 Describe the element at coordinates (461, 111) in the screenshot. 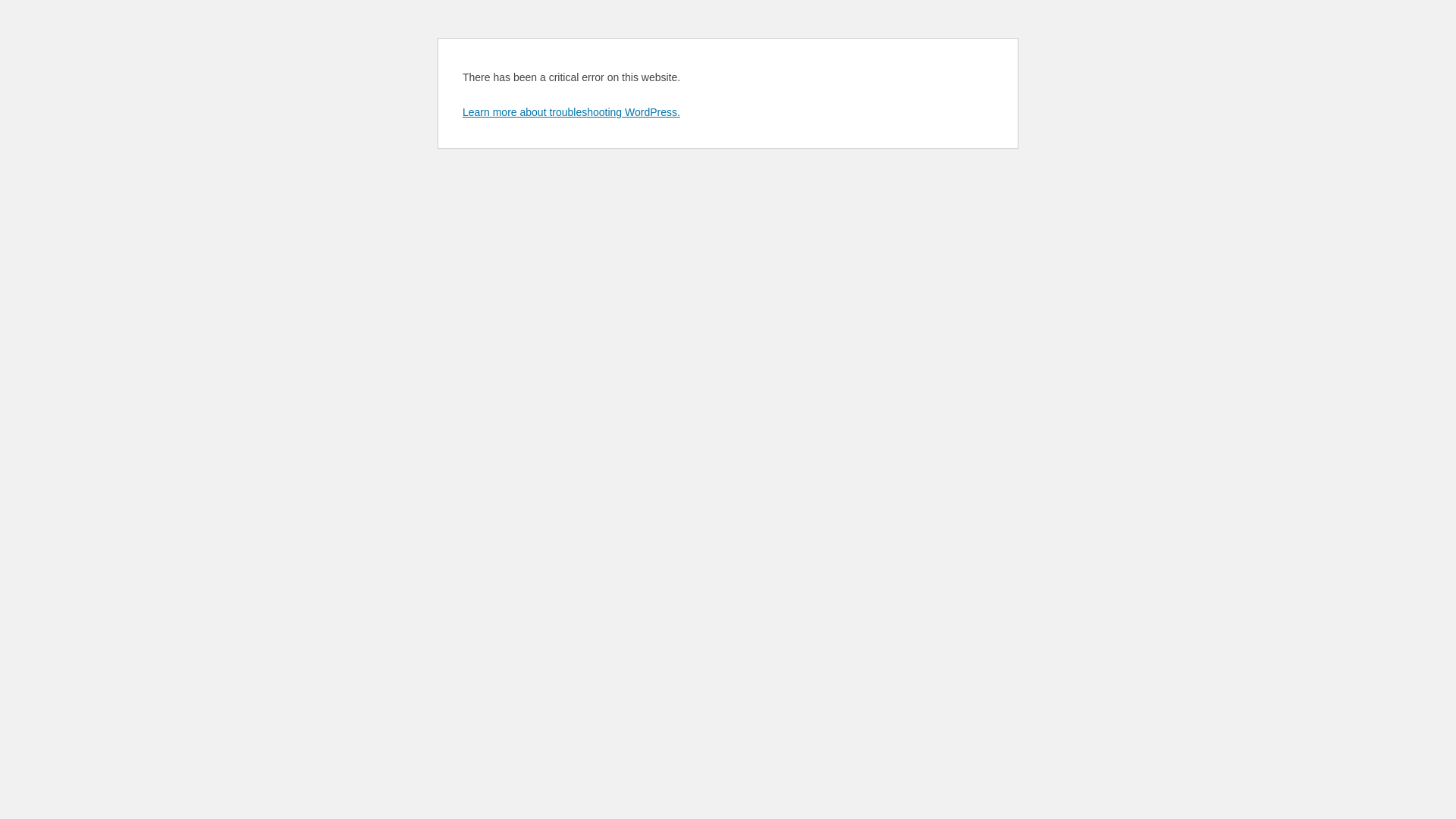

I see `'Learn more about troubleshooting WordPress.'` at that location.